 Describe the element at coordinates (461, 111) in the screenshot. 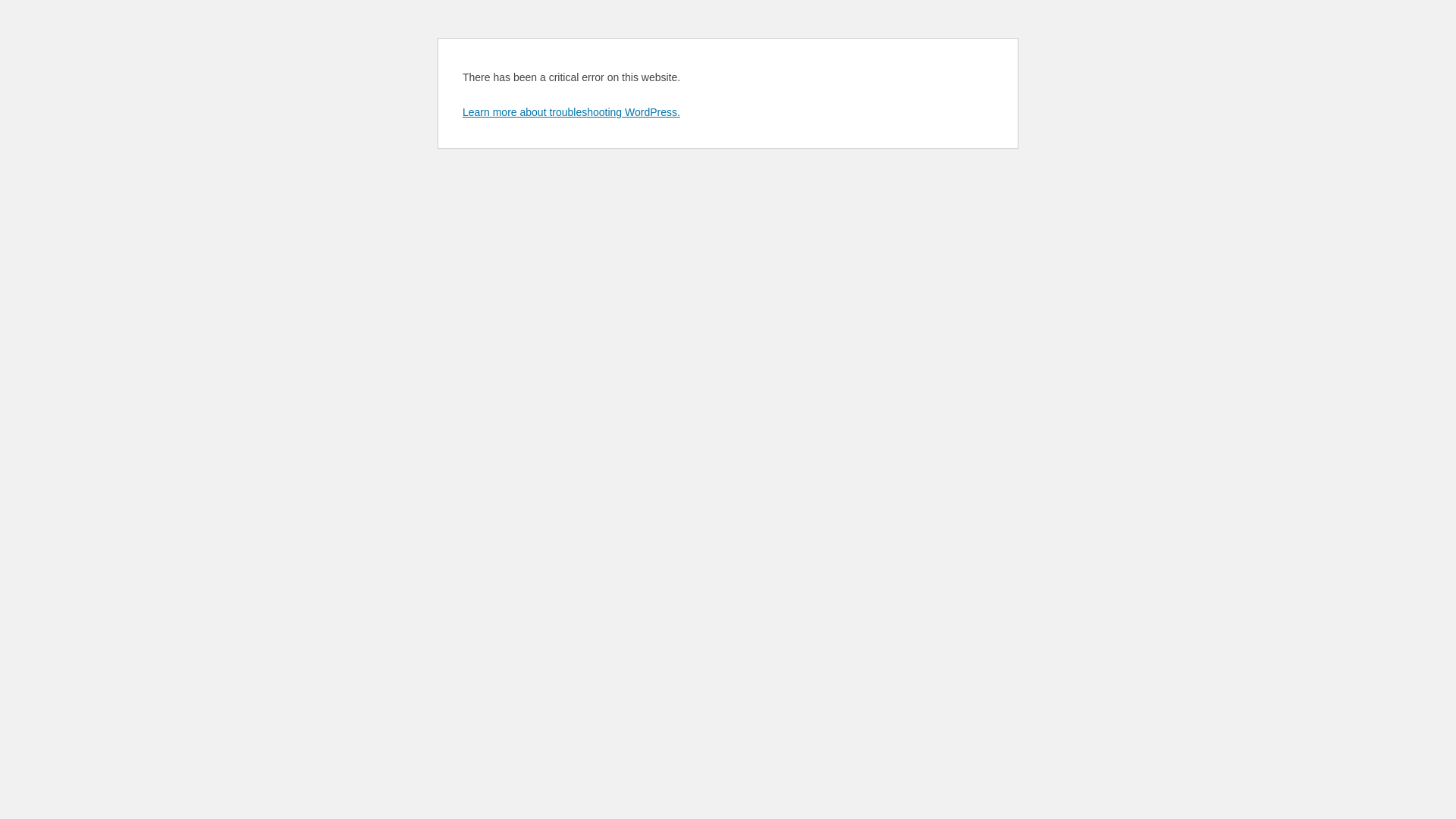

I see `'Learn more about troubleshooting WordPress.'` at that location.